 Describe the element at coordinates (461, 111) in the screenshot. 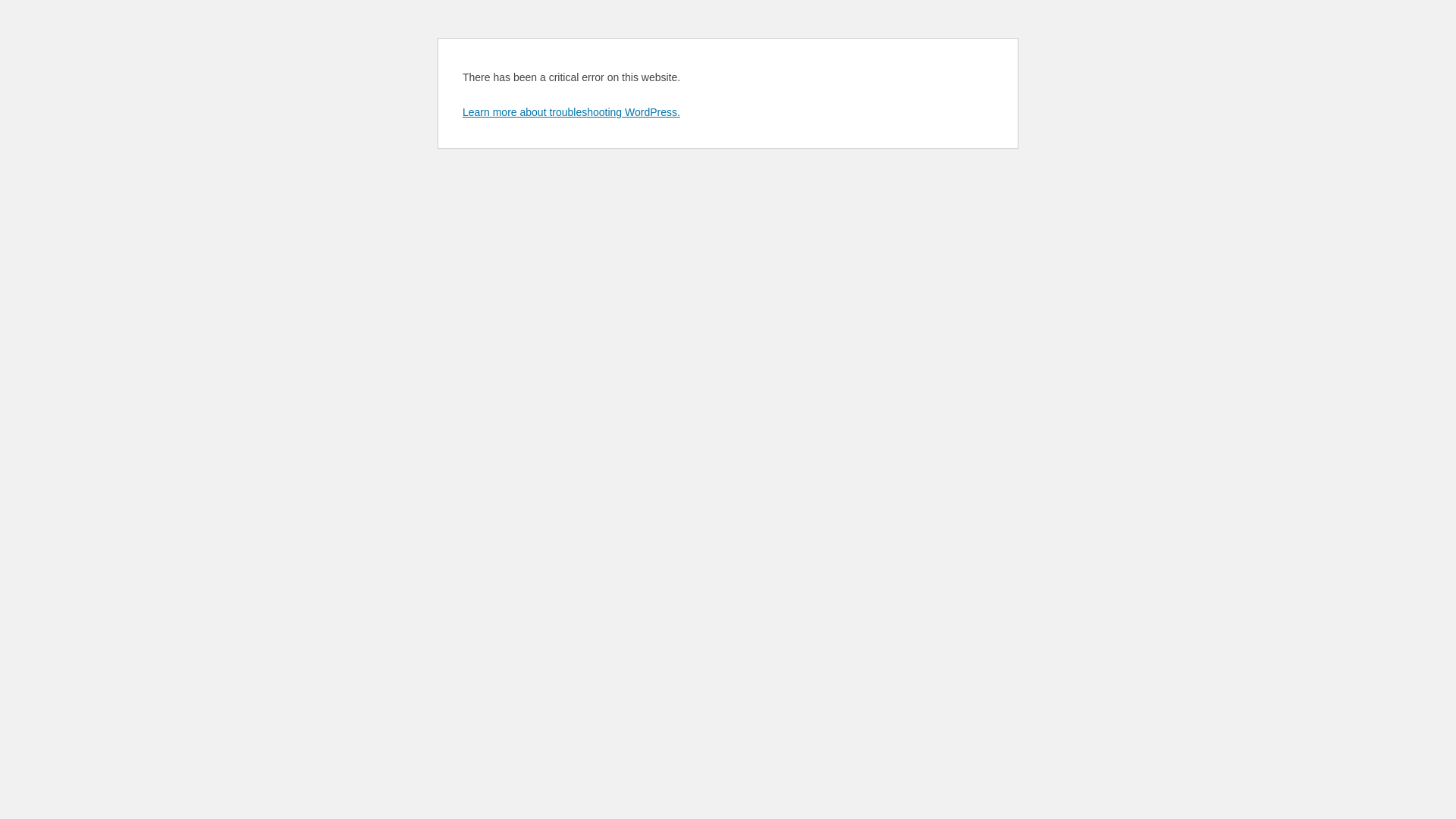

I see `'Learn more about troubleshooting WordPress.'` at that location.